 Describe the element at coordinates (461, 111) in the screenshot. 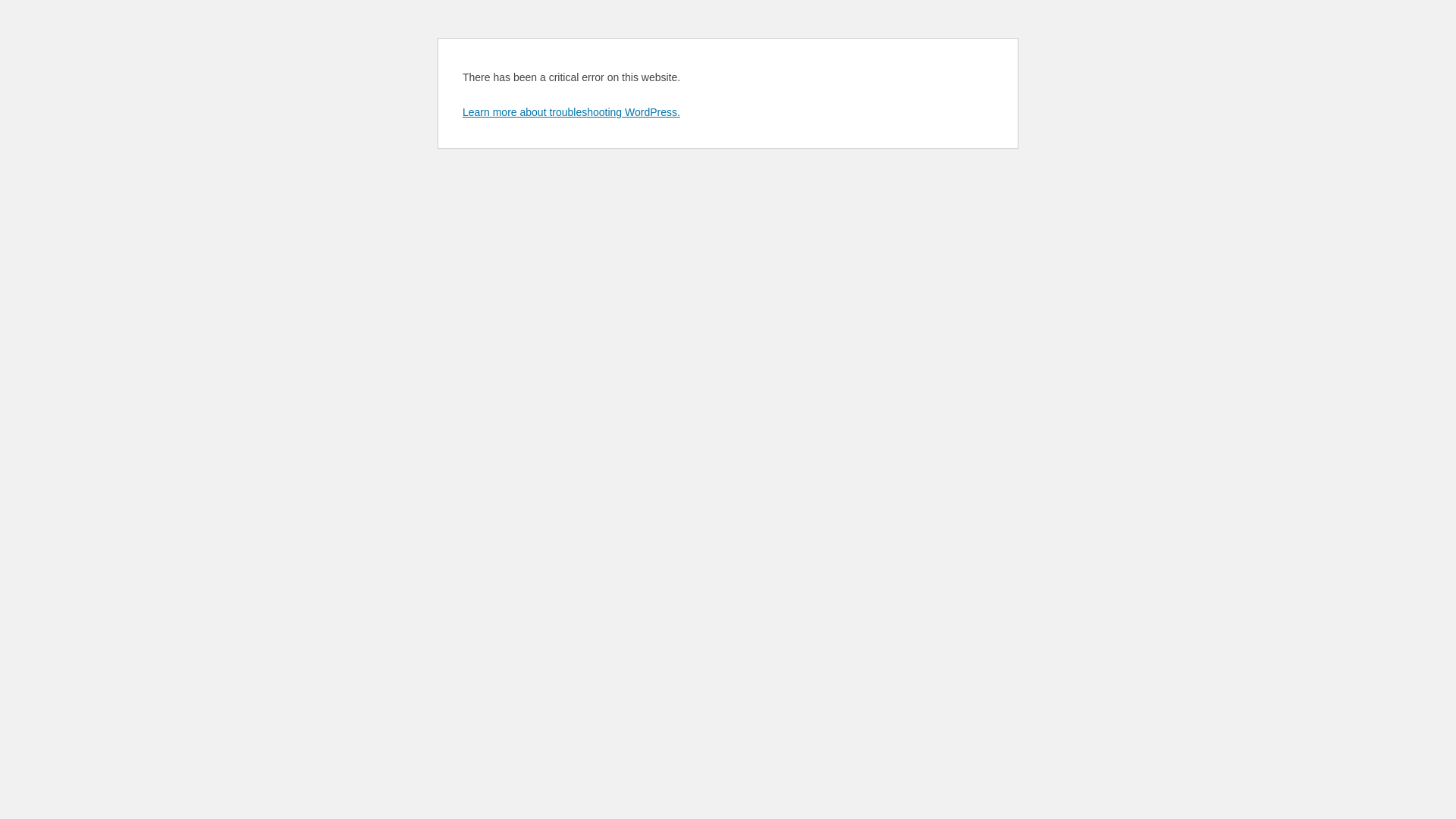

I see `'Learn more about troubleshooting WordPress.'` at that location.